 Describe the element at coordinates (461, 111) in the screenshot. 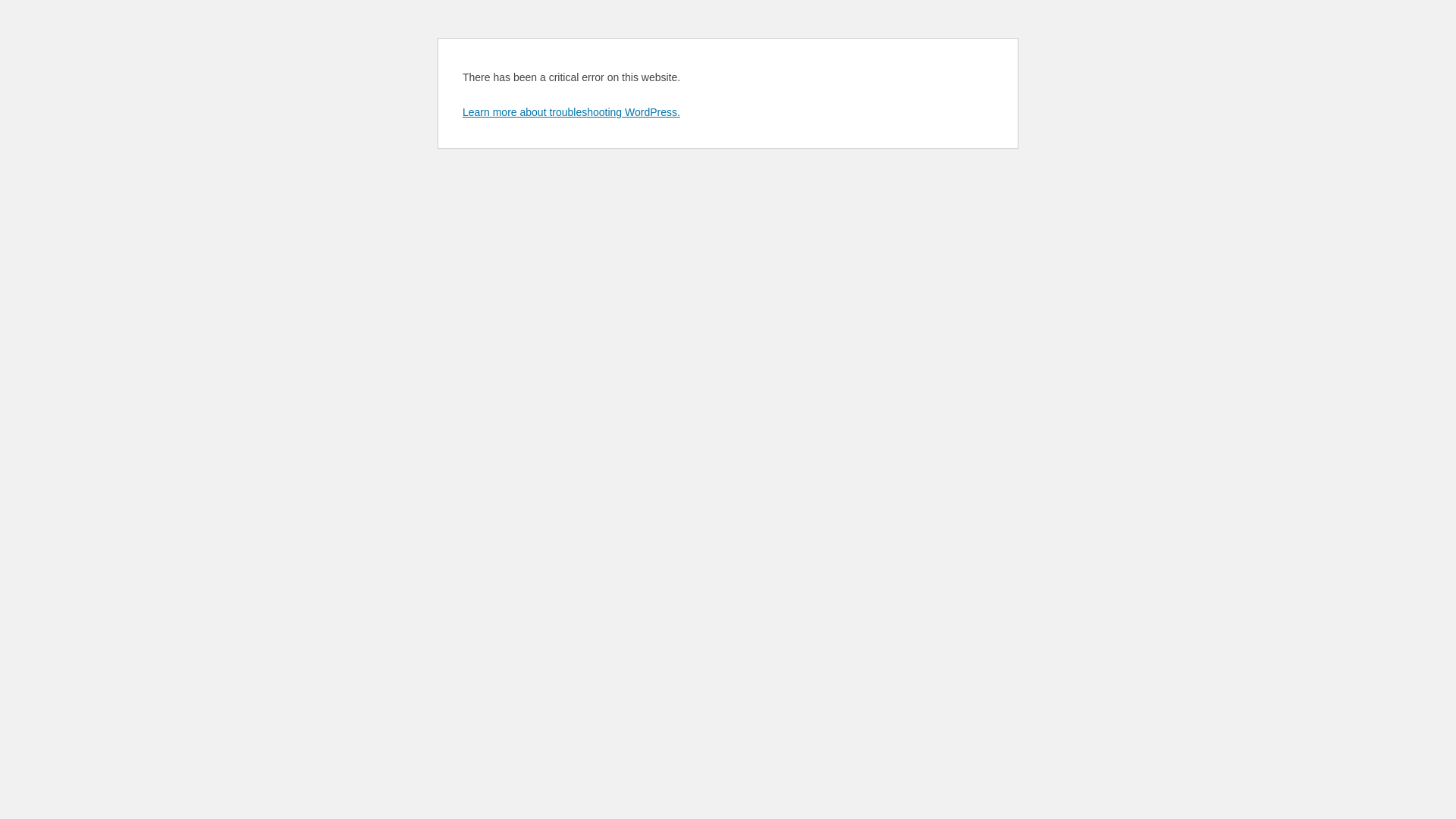

I see `'Learn more about troubleshooting WordPress.'` at that location.